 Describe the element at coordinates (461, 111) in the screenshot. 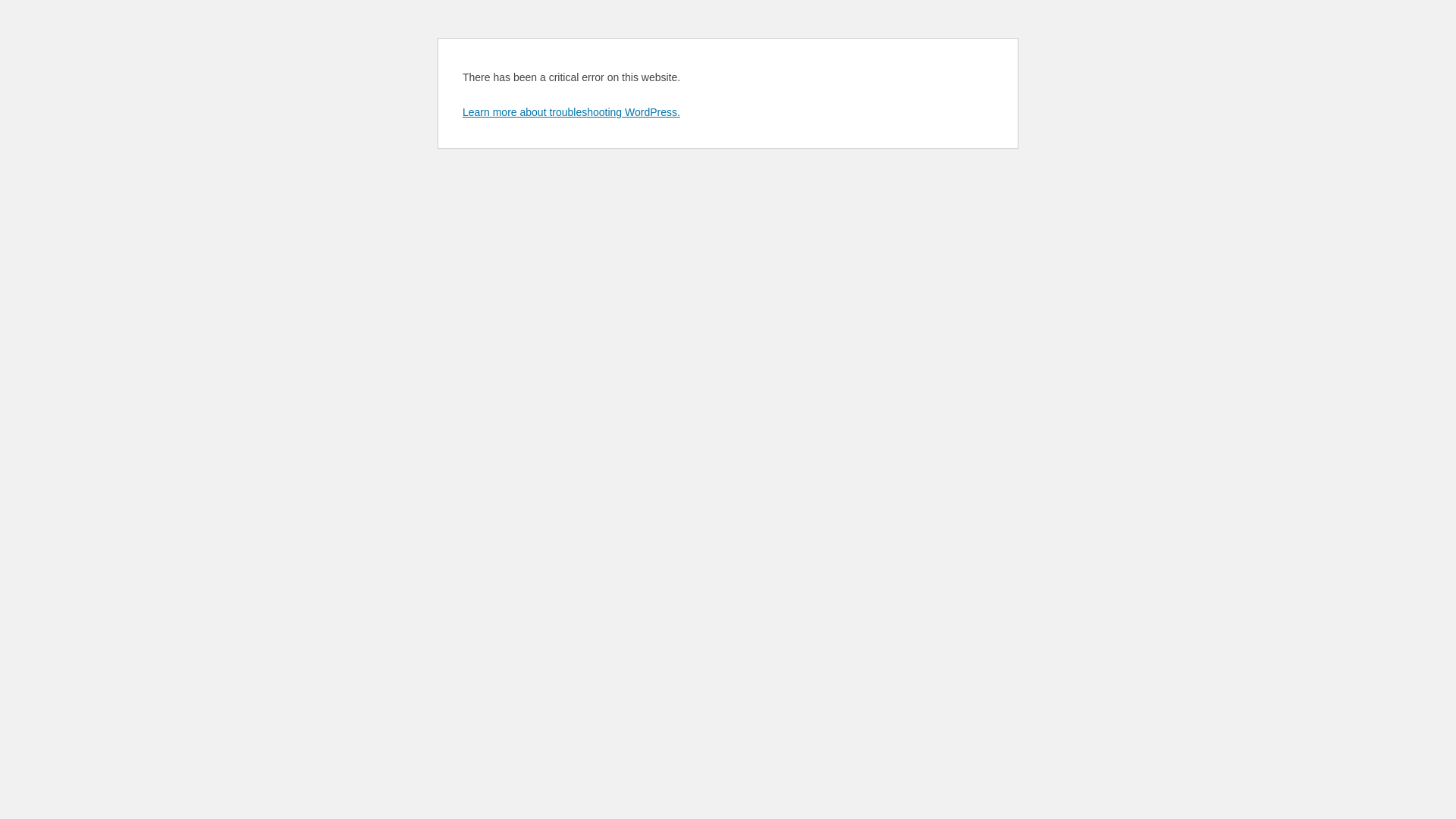

I see `'Learn more about troubleshooting WordPress.'` at that location.